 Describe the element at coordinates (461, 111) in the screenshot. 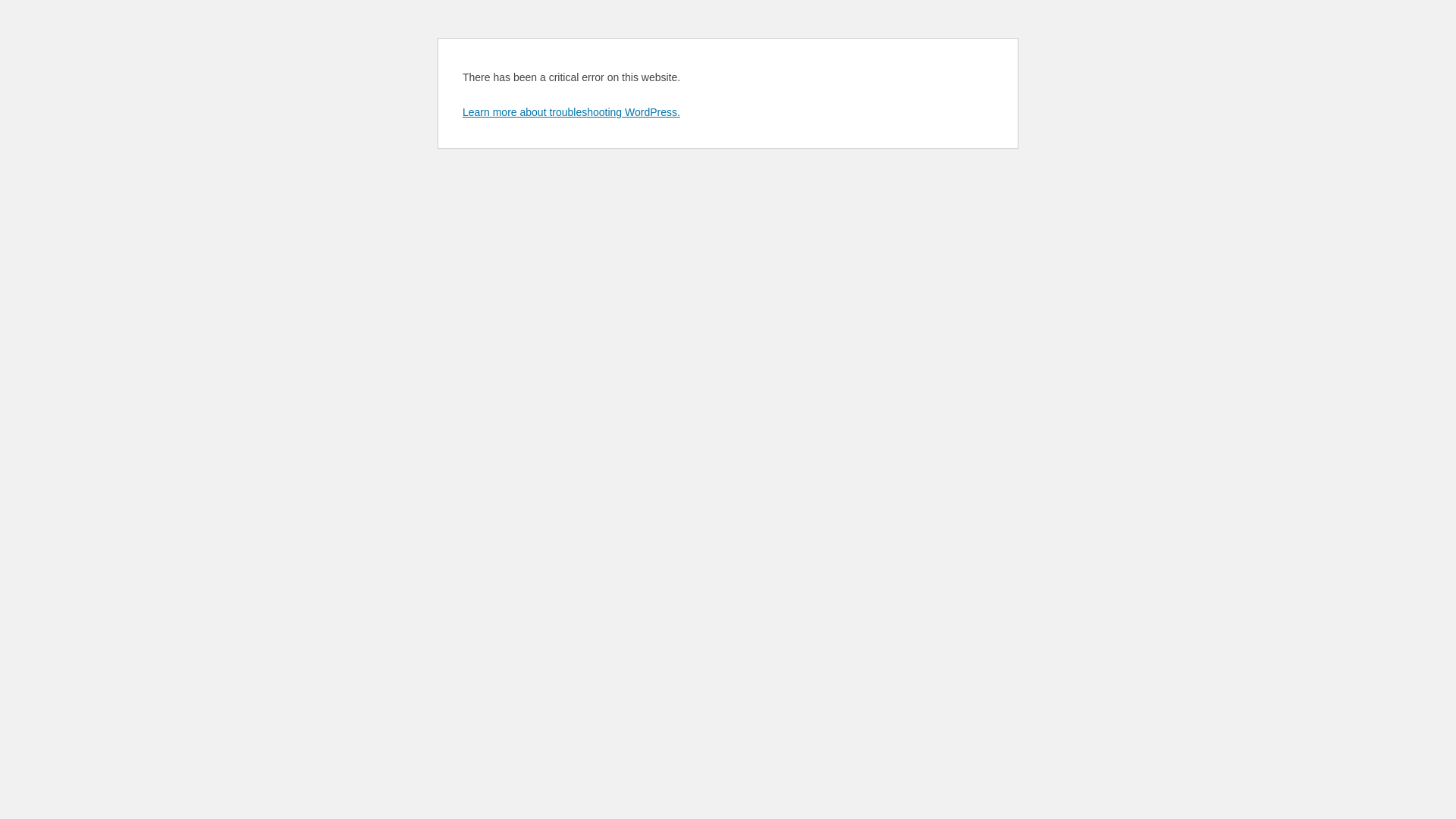

I see `'Learn more about troubleshooting WordPress.'` at that location.